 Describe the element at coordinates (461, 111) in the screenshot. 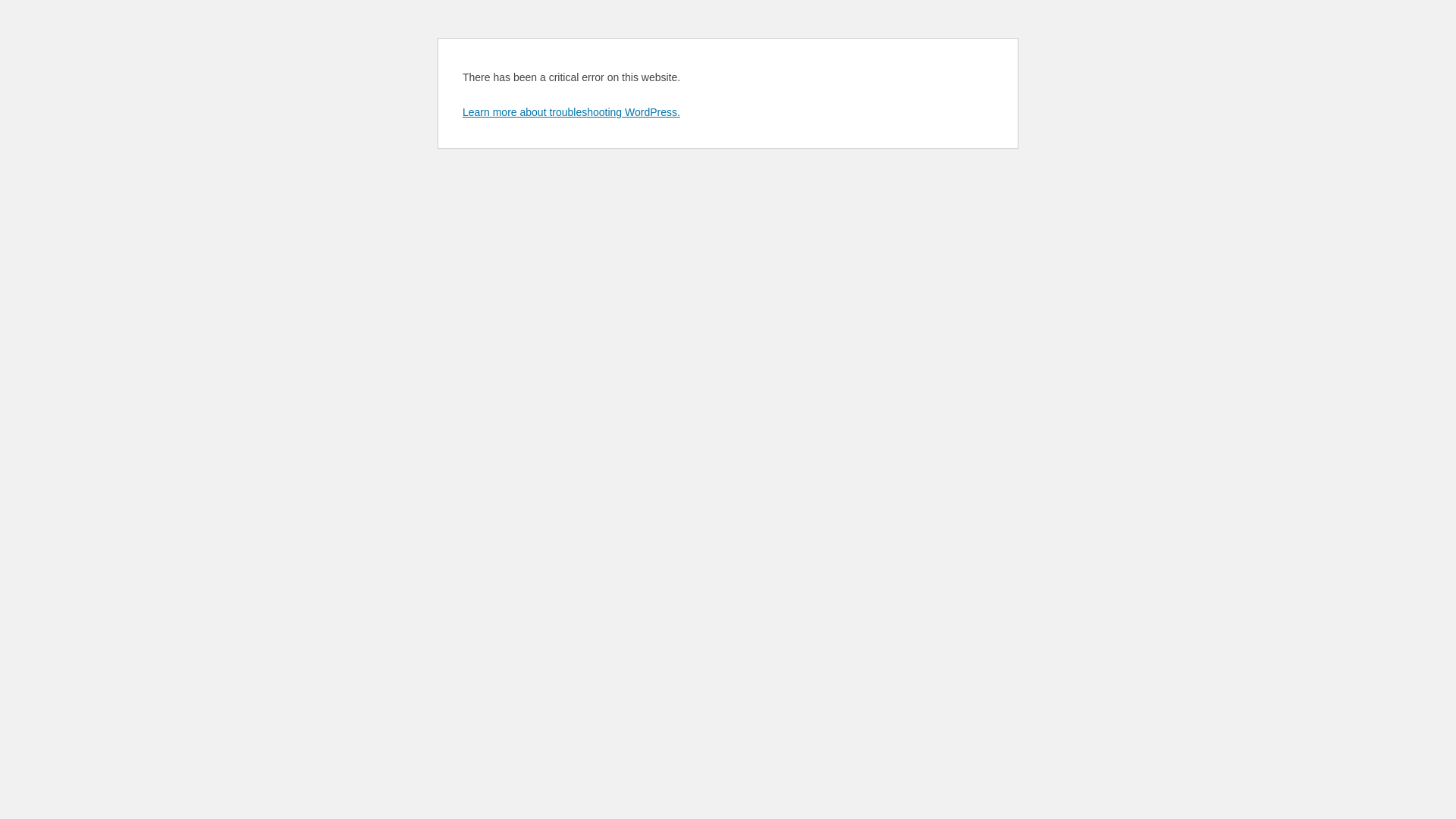

I see `'Learn more about troubleshooting WordPress.'` at that location.